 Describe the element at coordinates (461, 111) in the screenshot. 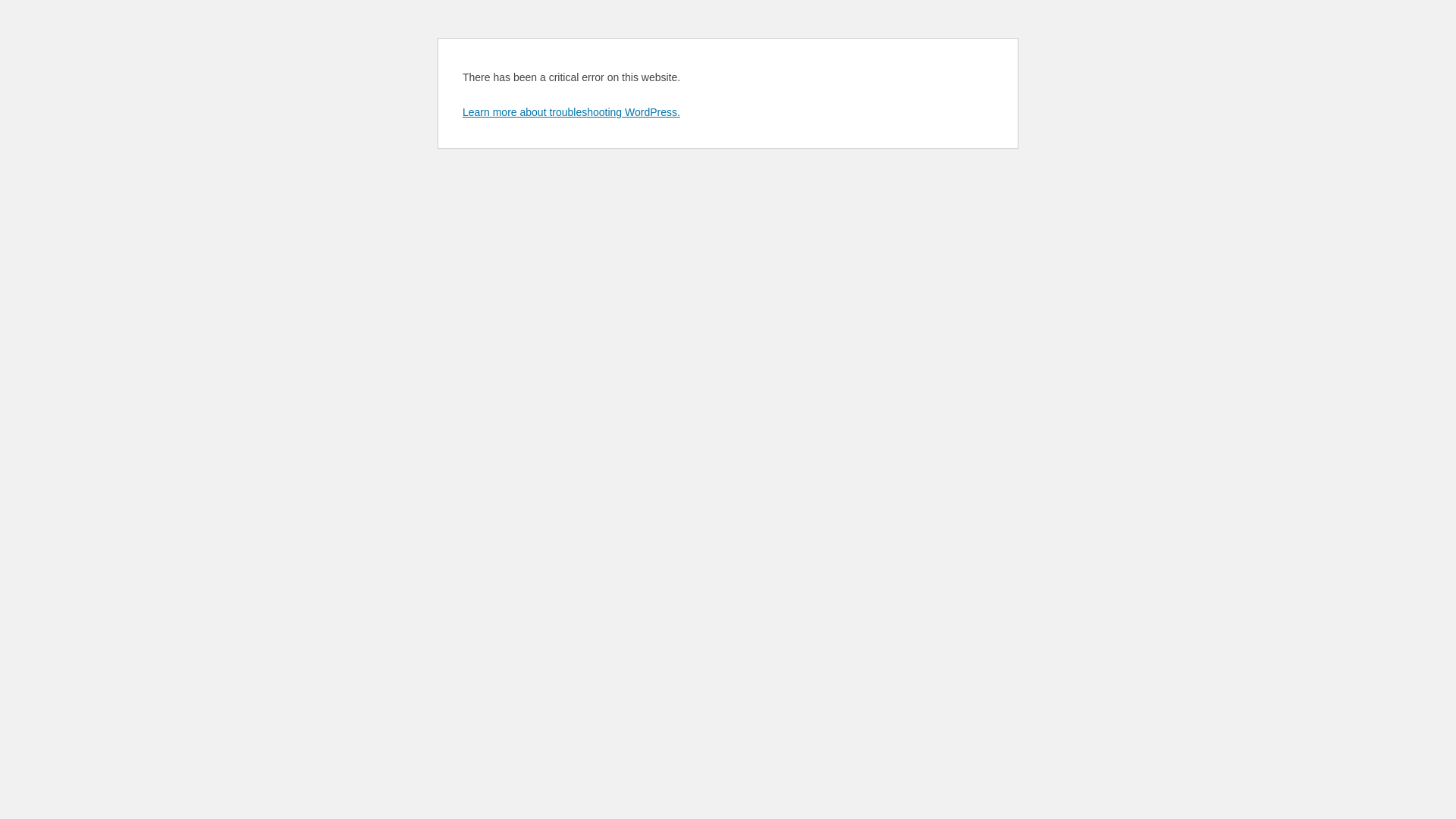

I see `'Learn more about troubleshooting WordPress.'` at that location.